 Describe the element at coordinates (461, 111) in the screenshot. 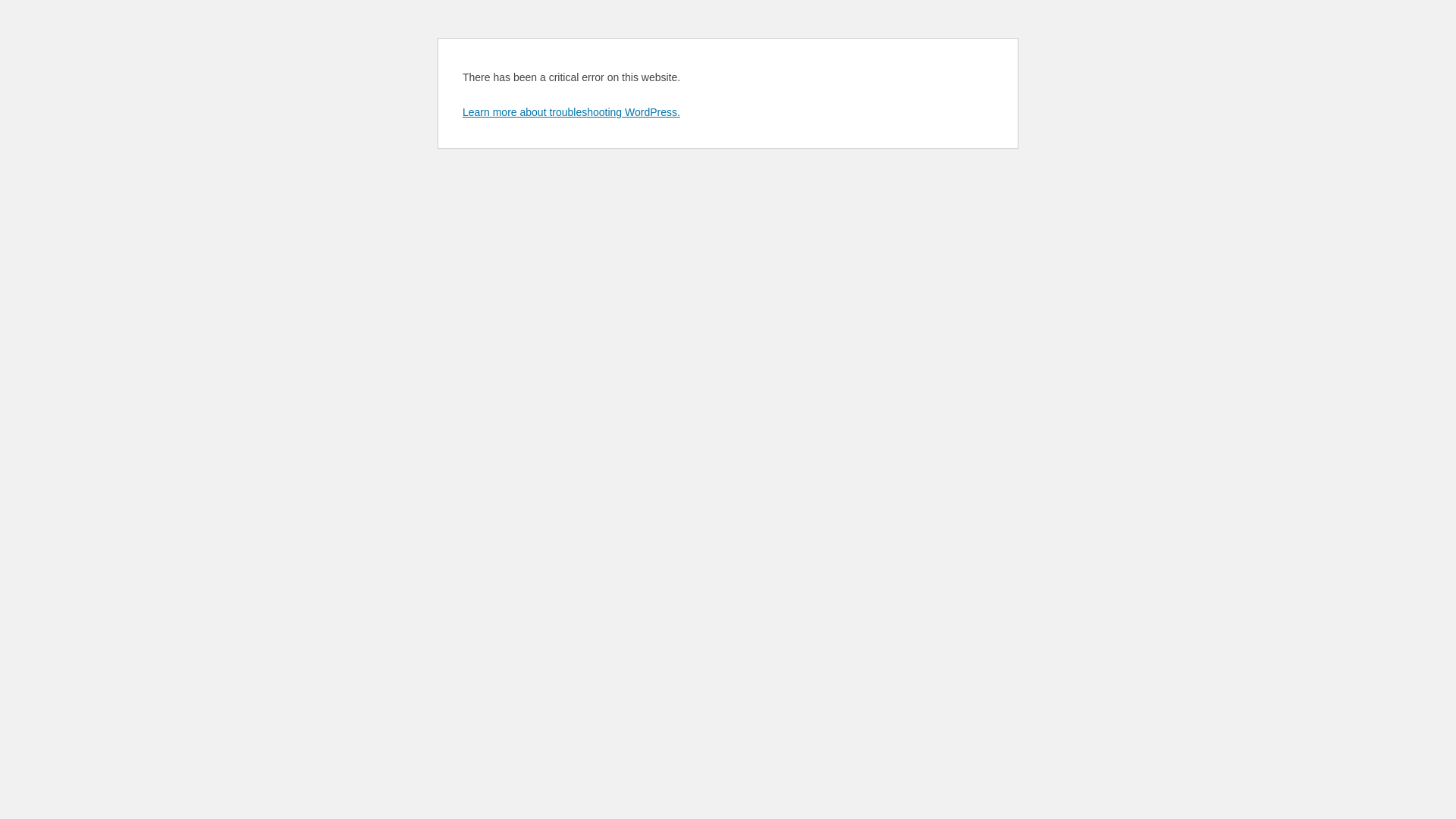

I see `'Learn more about troubleshooting WordPress.'` at that location.